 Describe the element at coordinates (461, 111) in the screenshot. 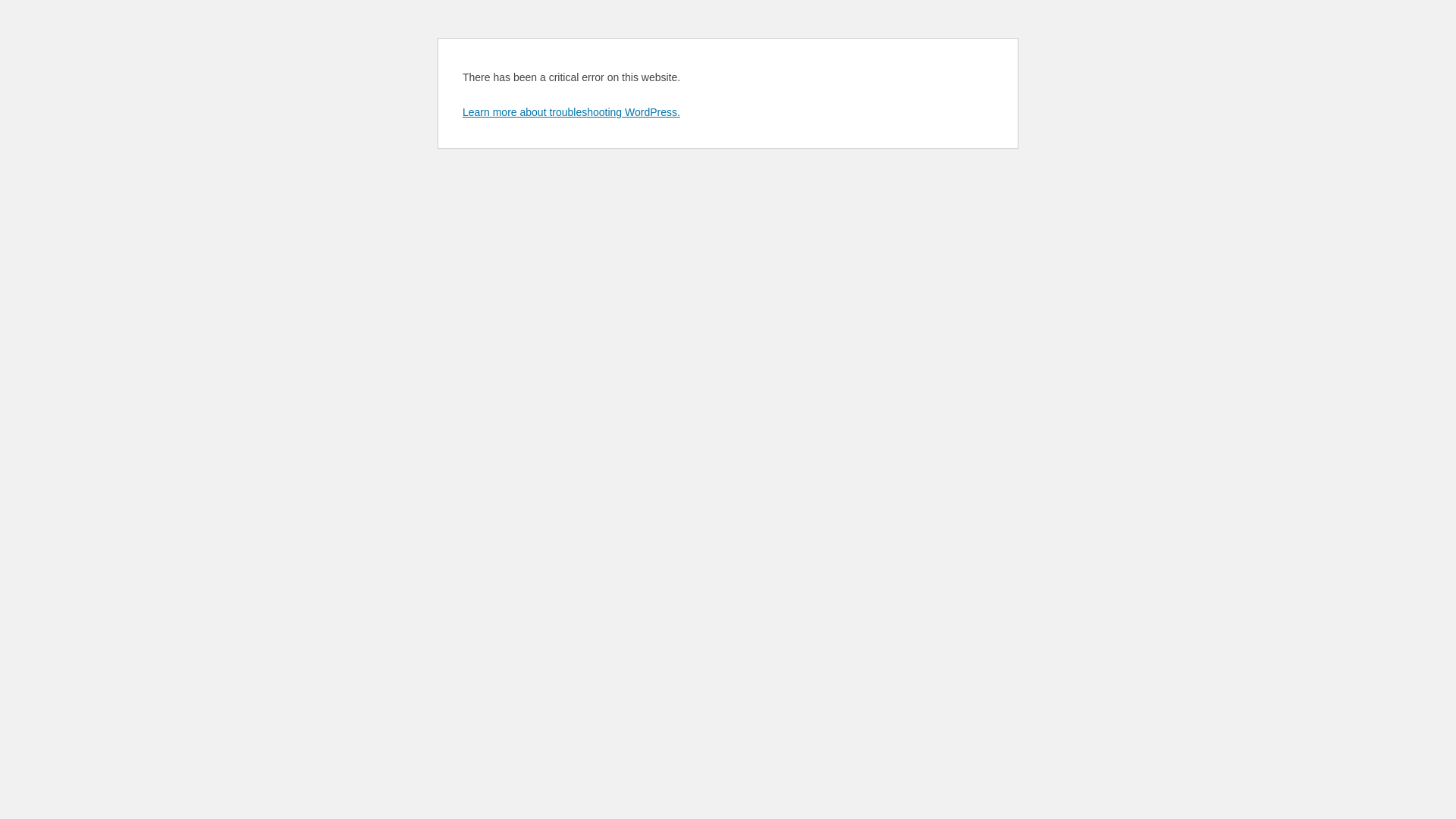

I see `'Learn more about troubleshooting WordPress.'` at that location.